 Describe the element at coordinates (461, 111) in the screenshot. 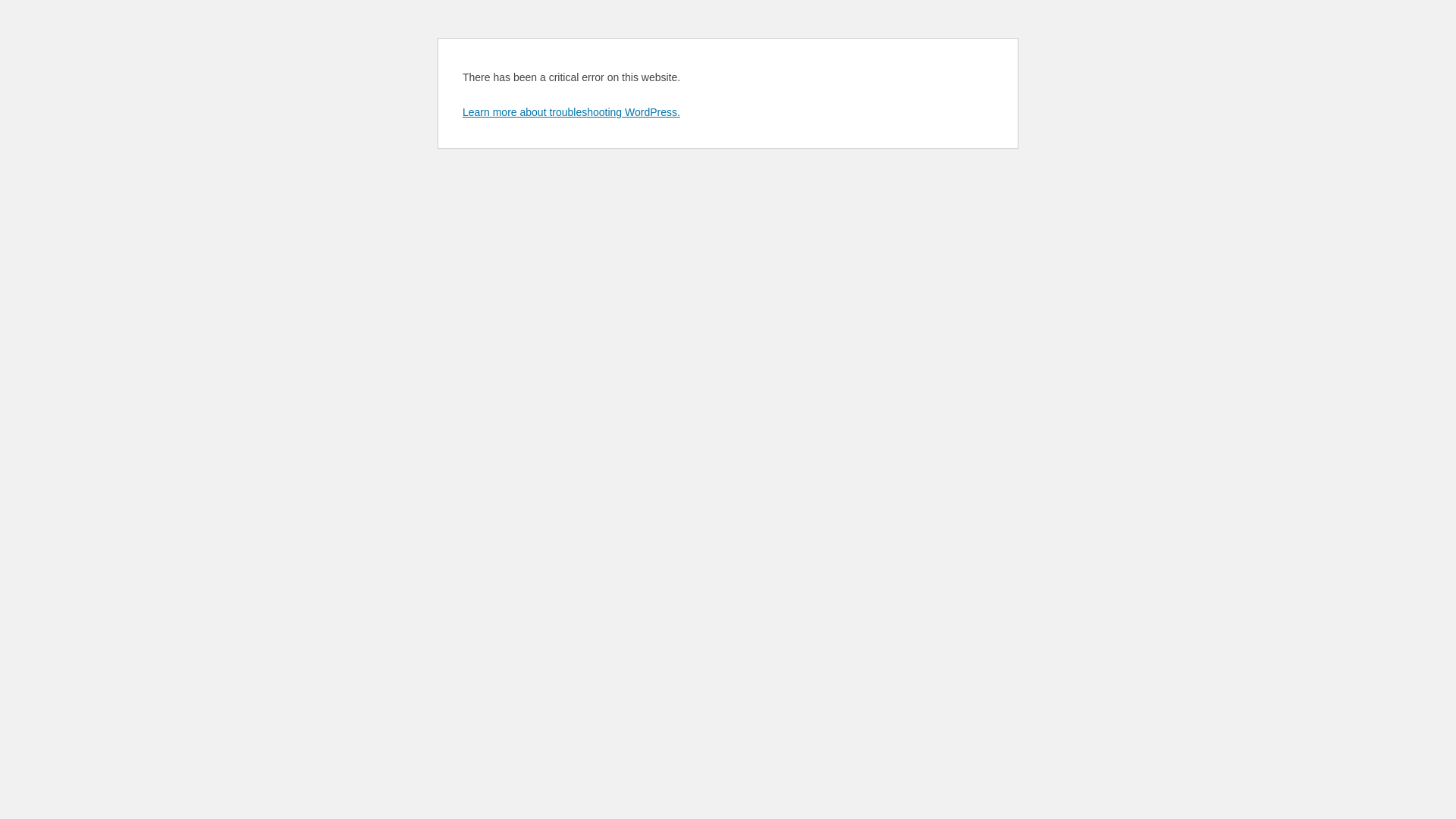

I see `'Learn more about troubleshooting WordPress.'` at that location.